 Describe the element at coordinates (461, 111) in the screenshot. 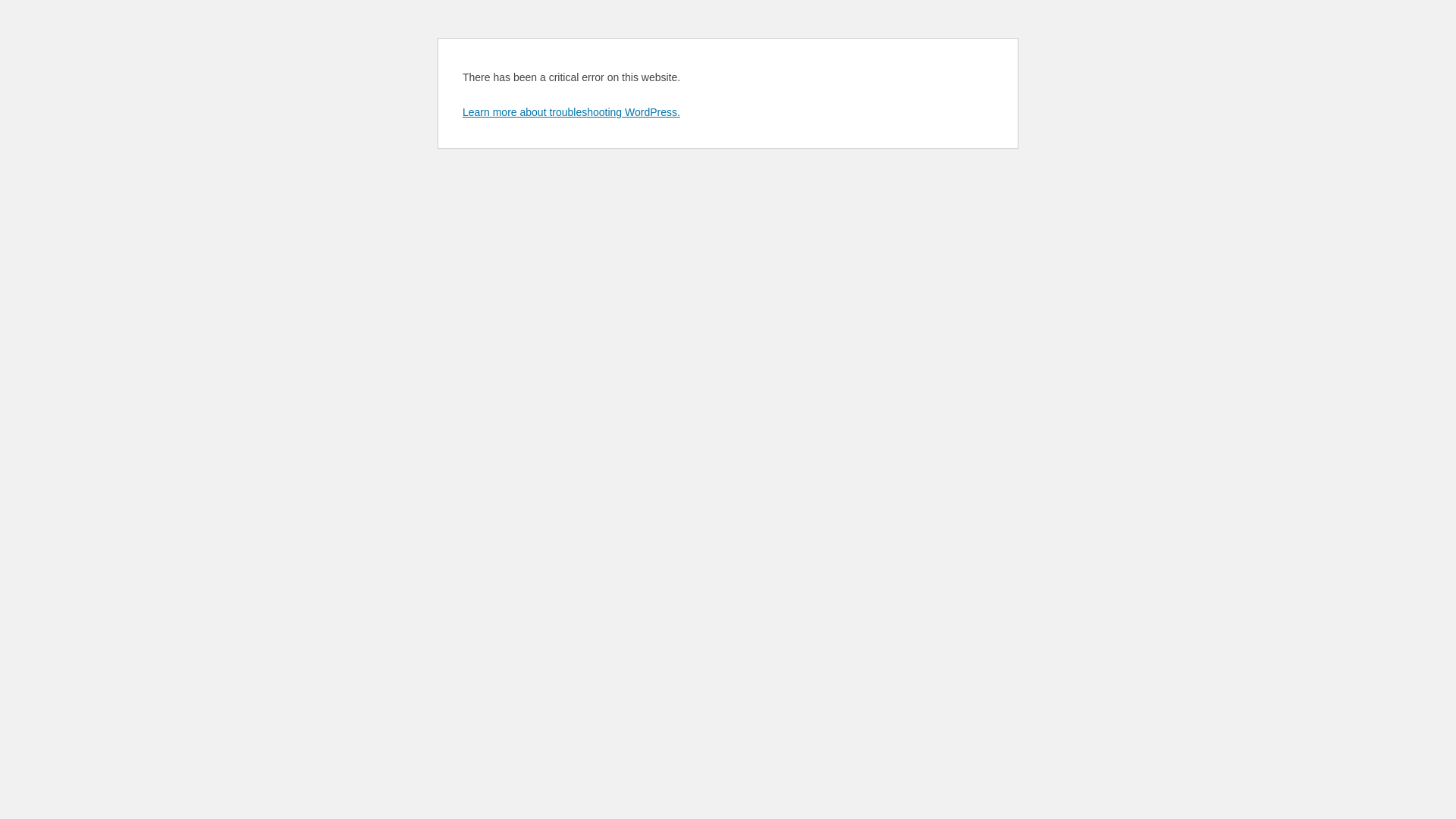

I see `'Learn more about troubleshooting WordPress.'` at that location.